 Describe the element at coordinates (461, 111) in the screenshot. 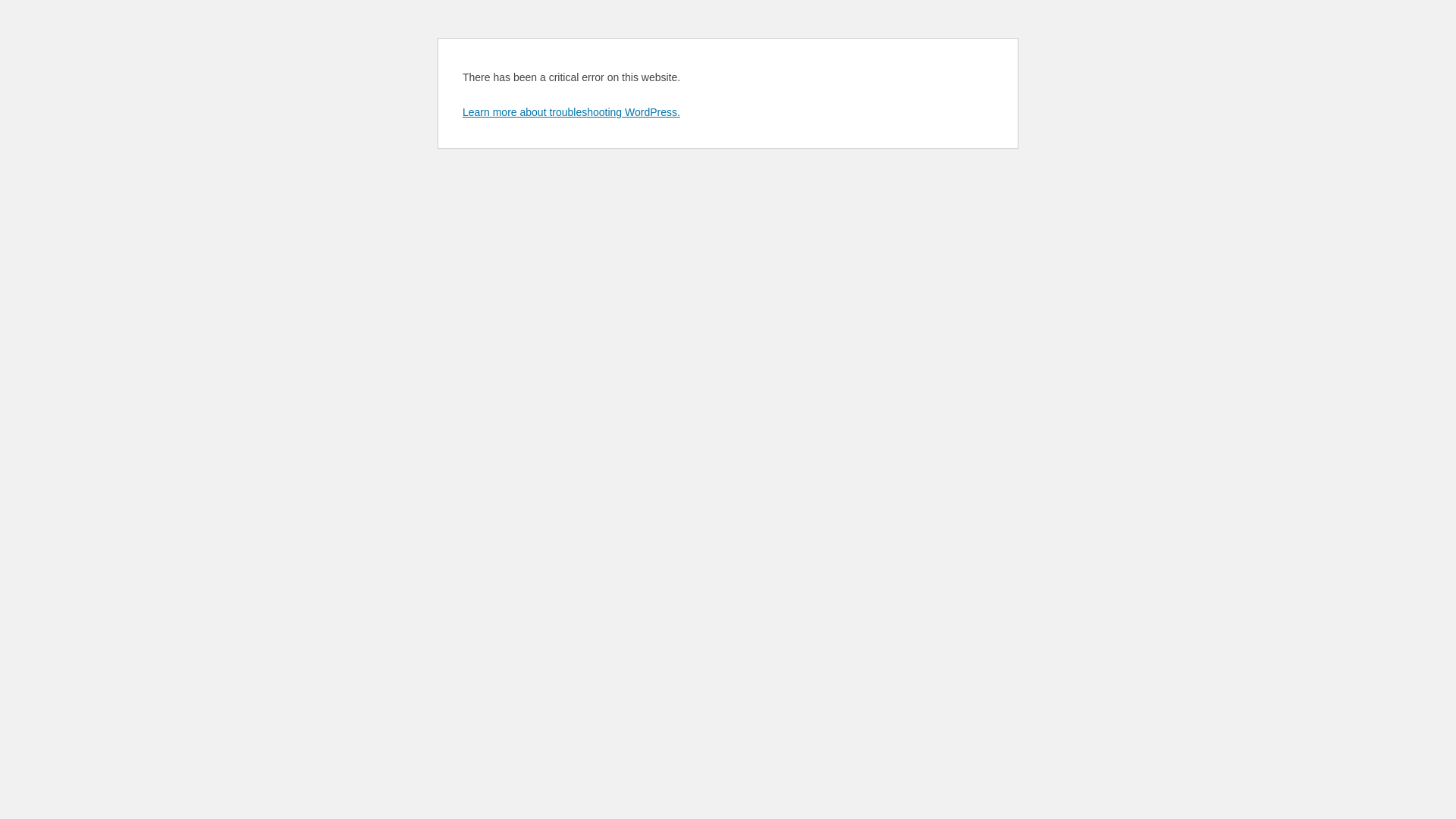

I see `'Learn more about troubleshooting WordPress.'` at that location.